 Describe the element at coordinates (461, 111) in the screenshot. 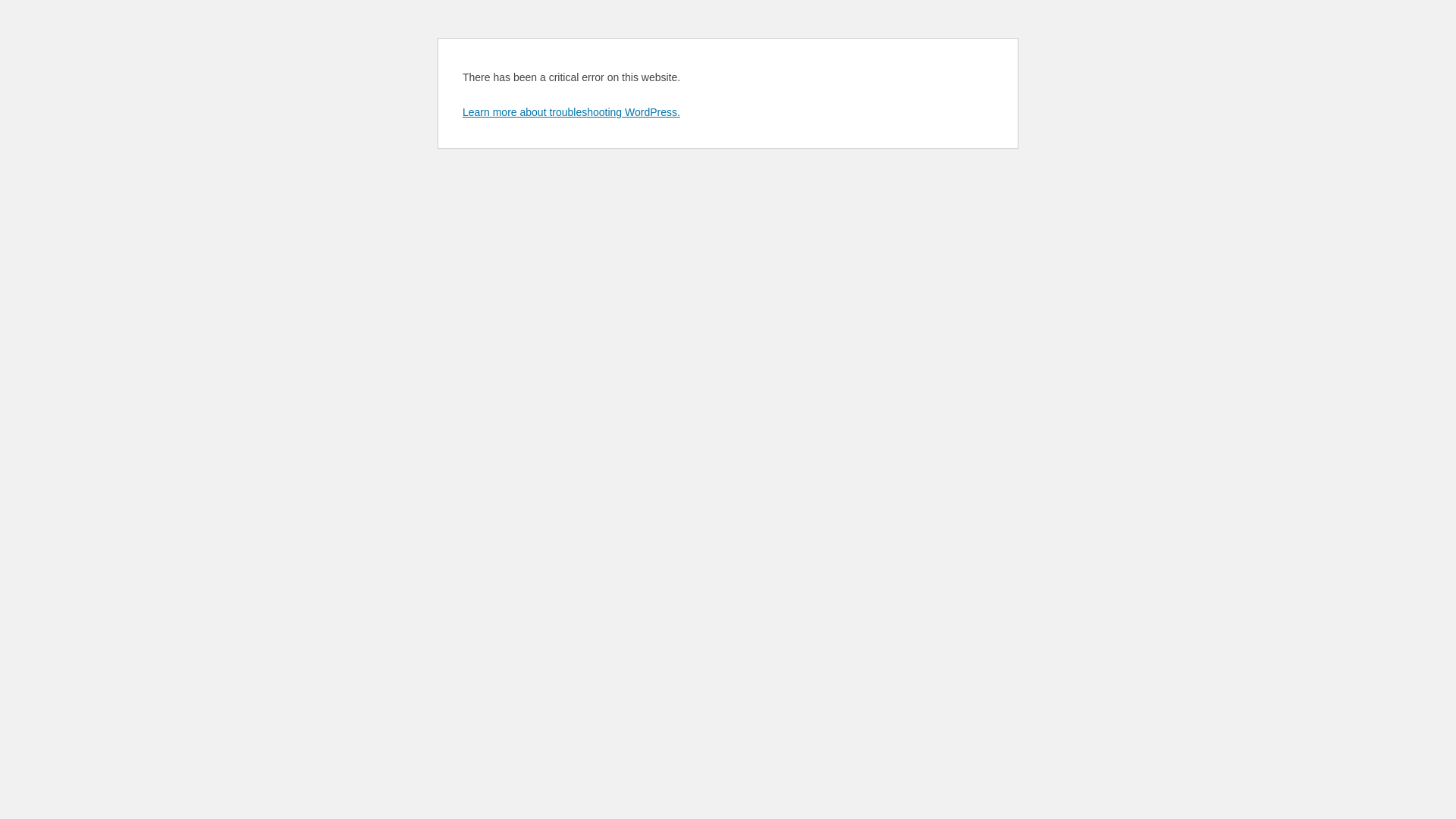

I see `'Learn more about troubleshooting WordPress.'` at that location.